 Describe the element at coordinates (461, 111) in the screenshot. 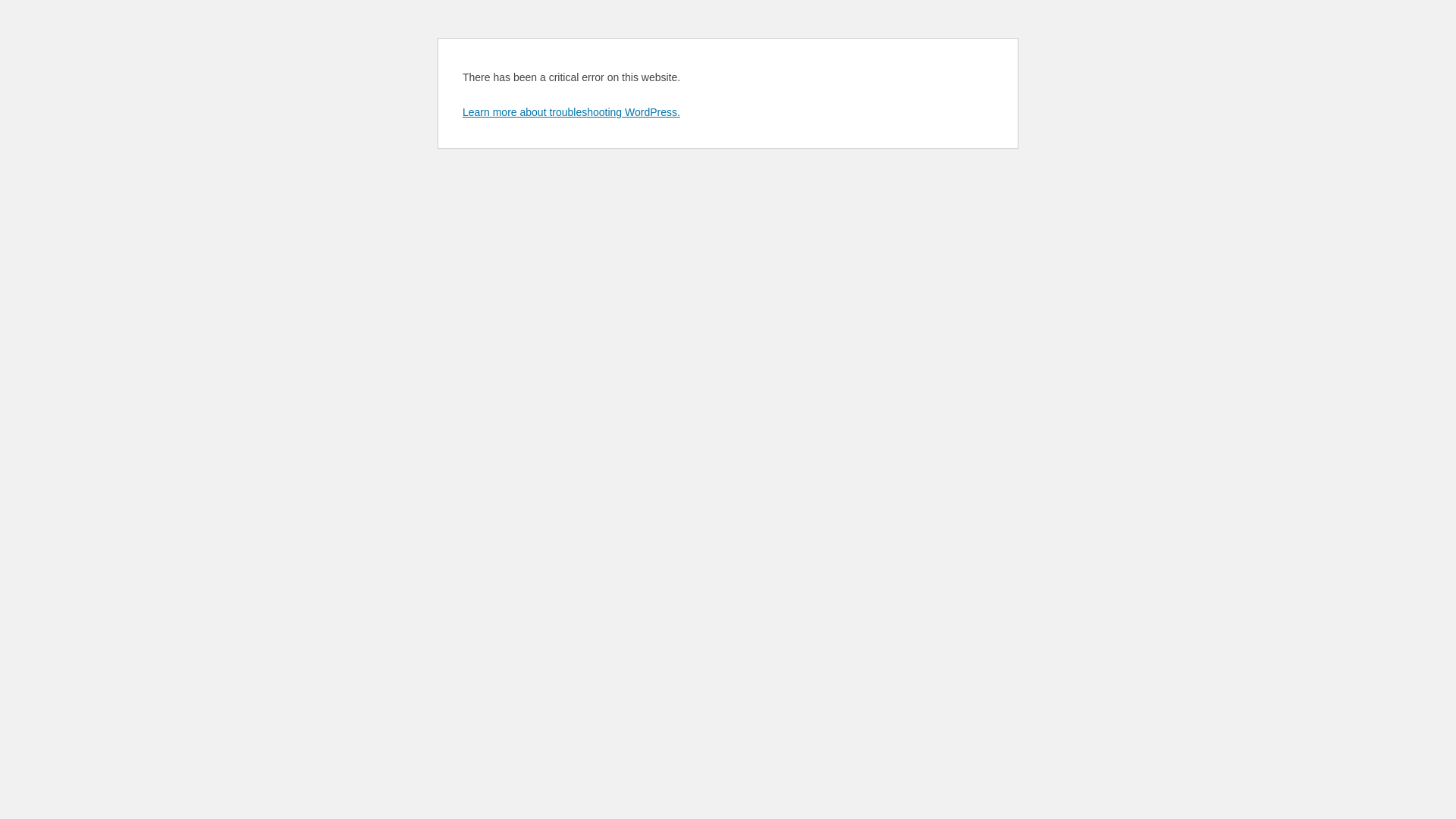

I see `'Learn more about troubleshooting WordPress.'` at that location.